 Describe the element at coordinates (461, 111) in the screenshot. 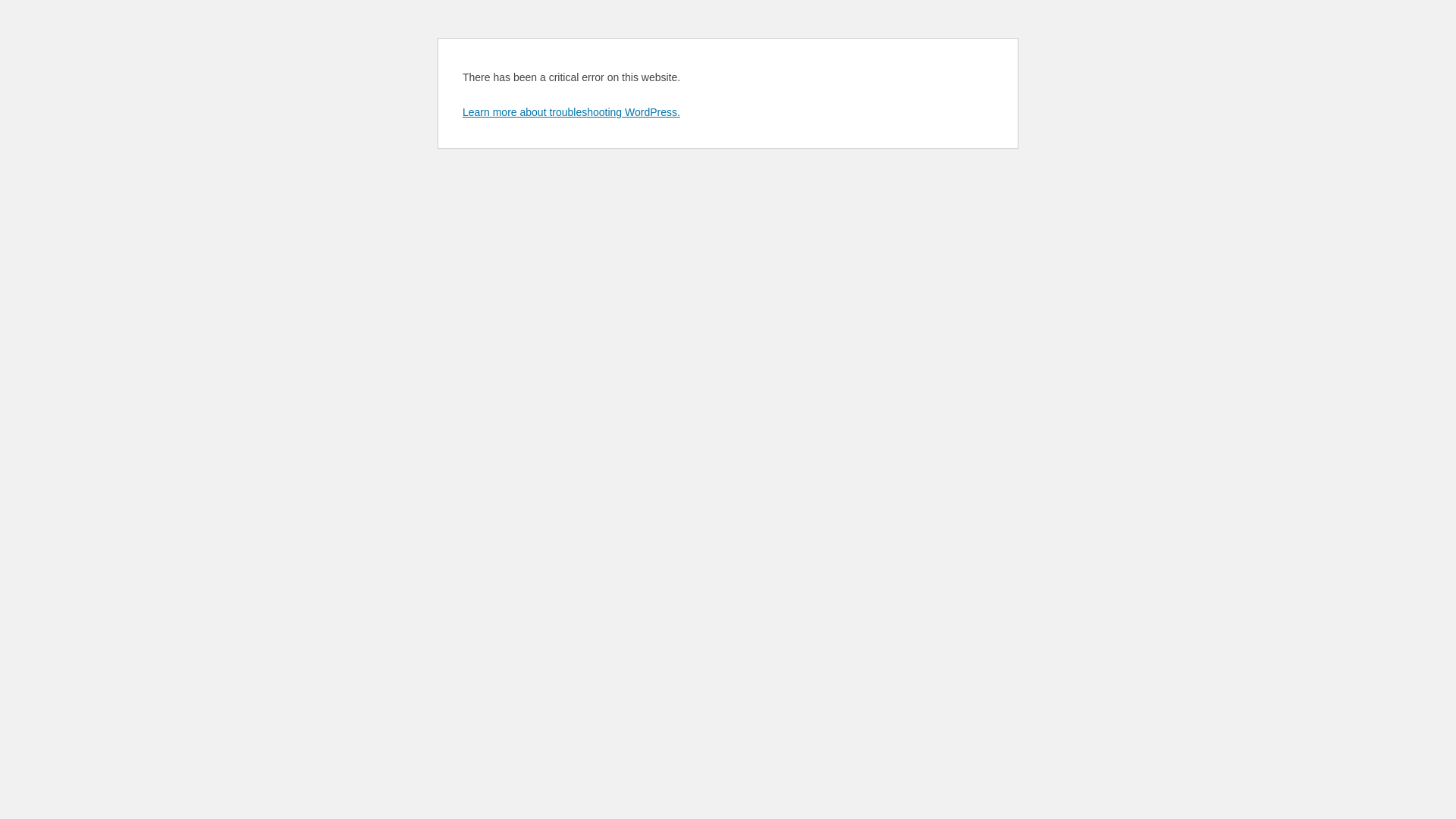

I see `'Learn more about troubleshooting WordPress.'` at that location.